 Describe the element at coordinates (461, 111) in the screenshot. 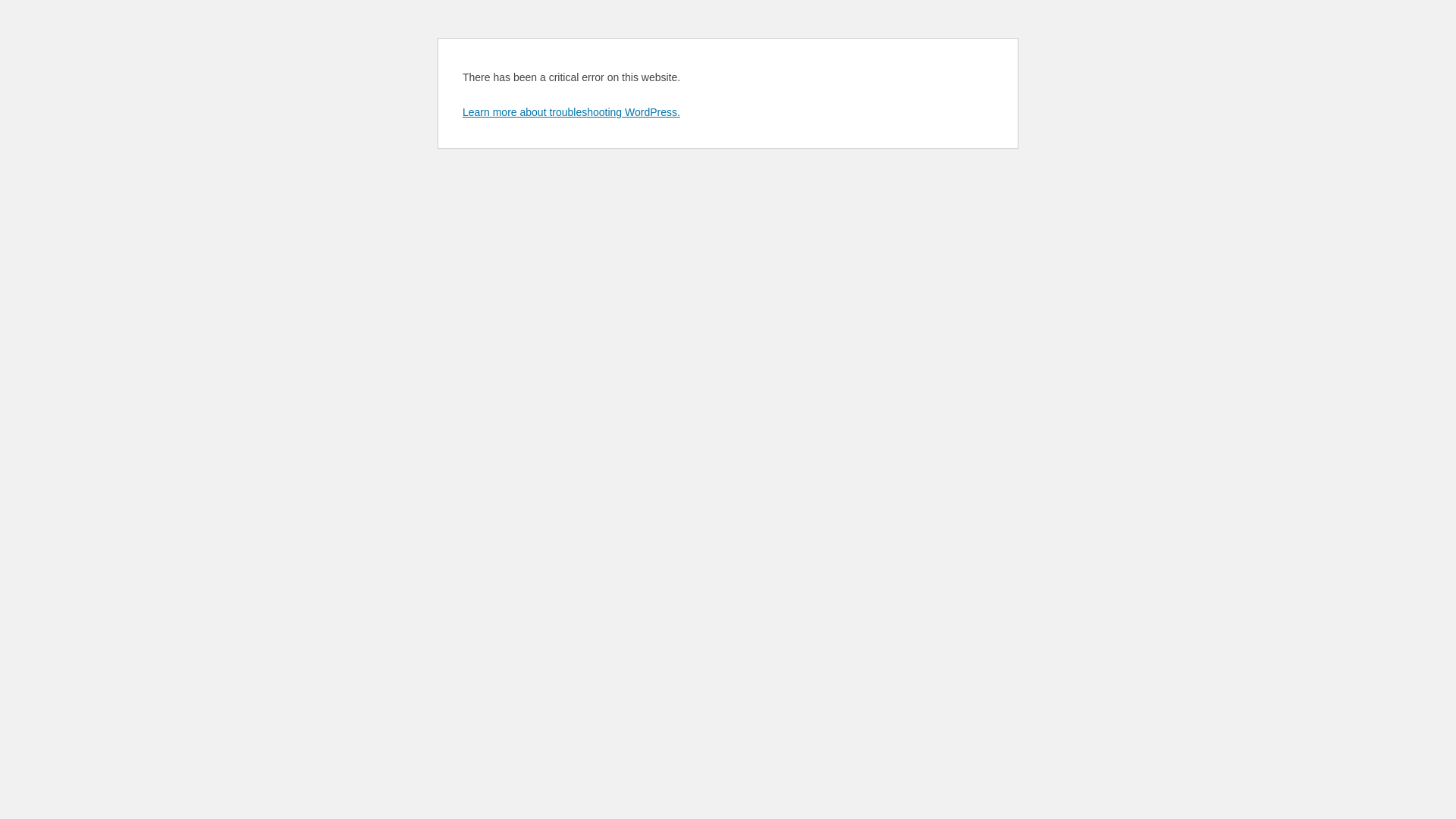

I see `'Learn more about troubleshooting WordPress.'` at that location.